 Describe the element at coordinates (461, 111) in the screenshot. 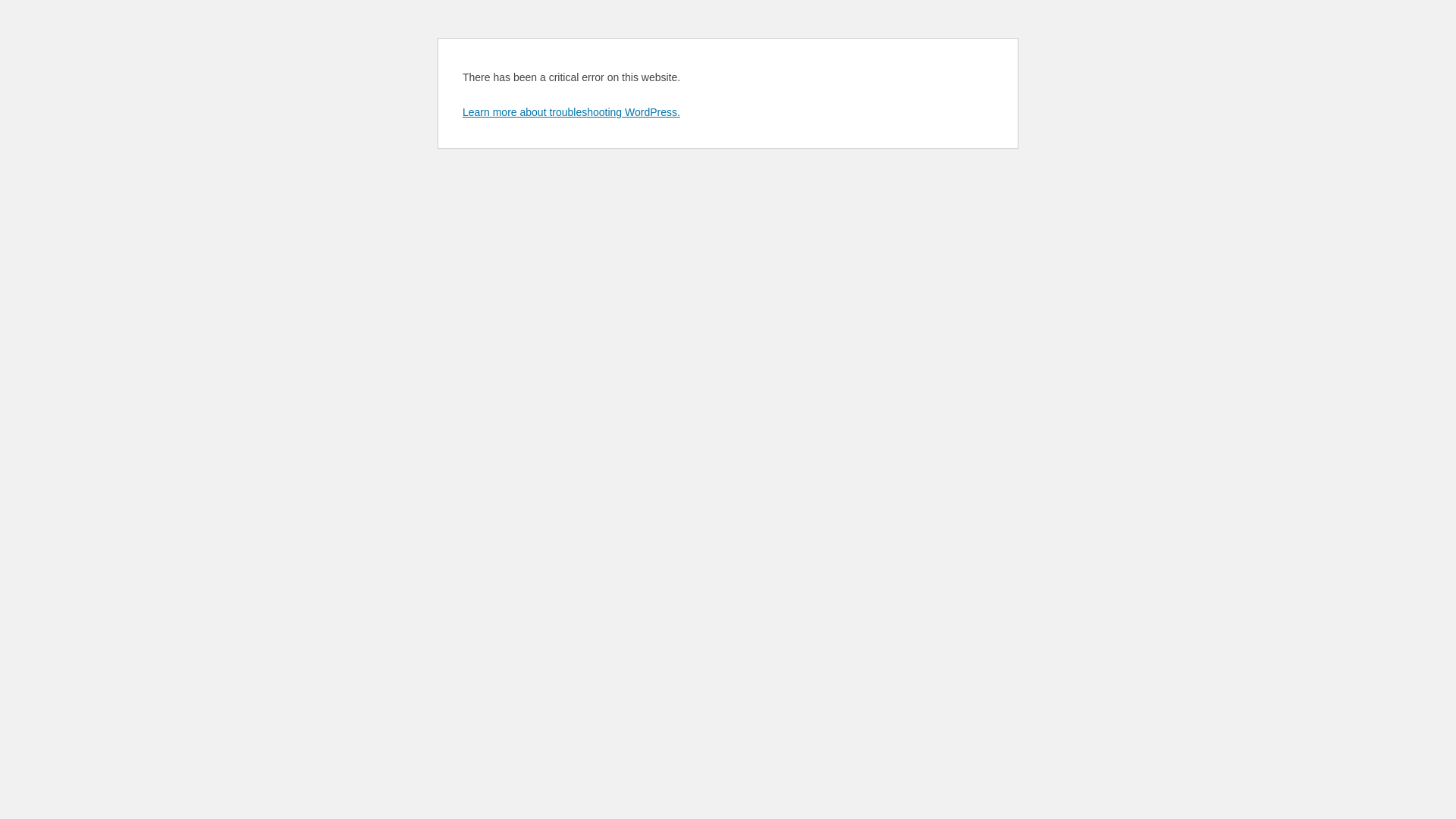

I see `'Learn more about troubleshooting WordPress.'` at that location.